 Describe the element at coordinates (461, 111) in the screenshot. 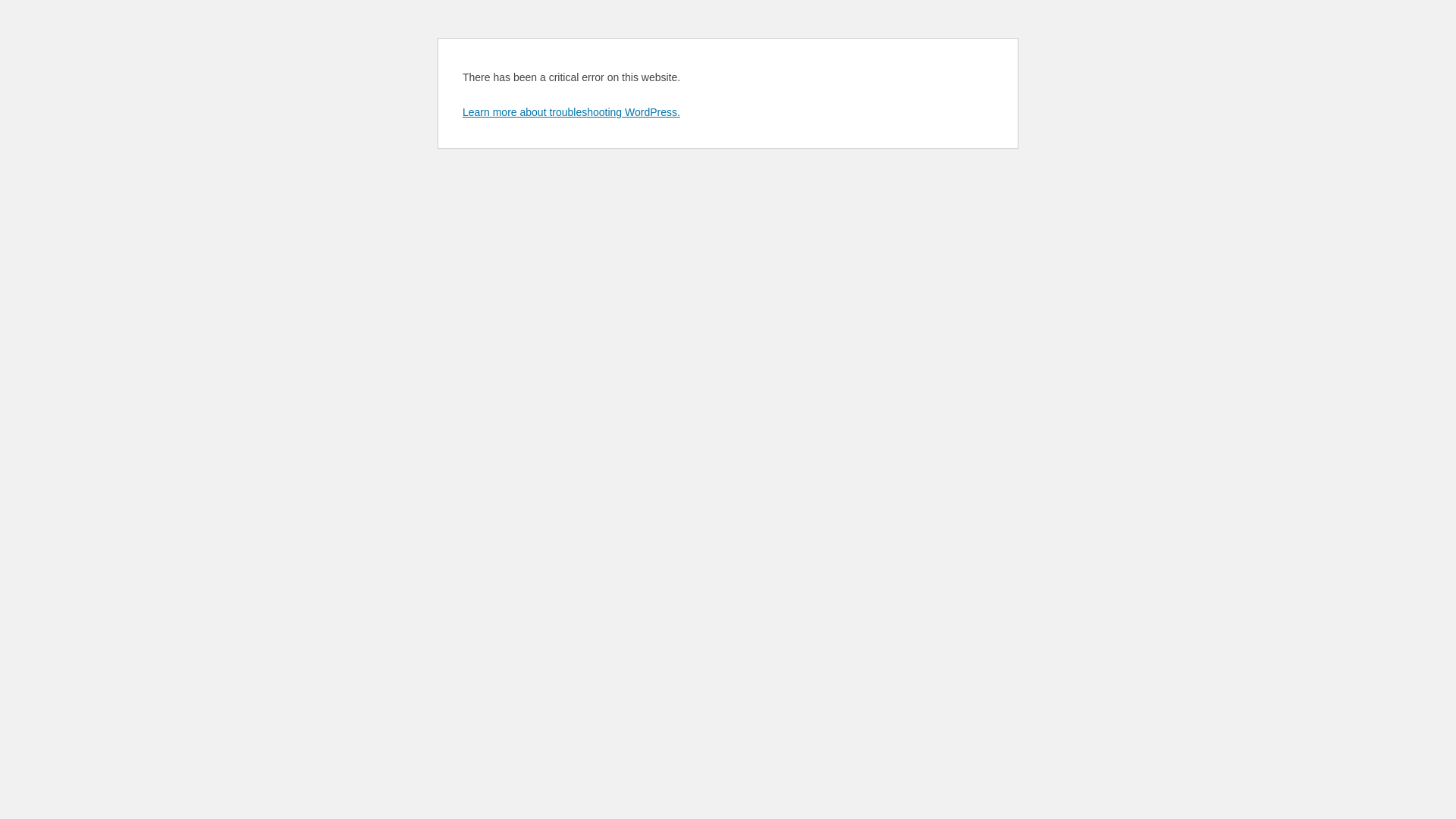

I see `'Learn more about troubleshooting WordPress.'` at that location.